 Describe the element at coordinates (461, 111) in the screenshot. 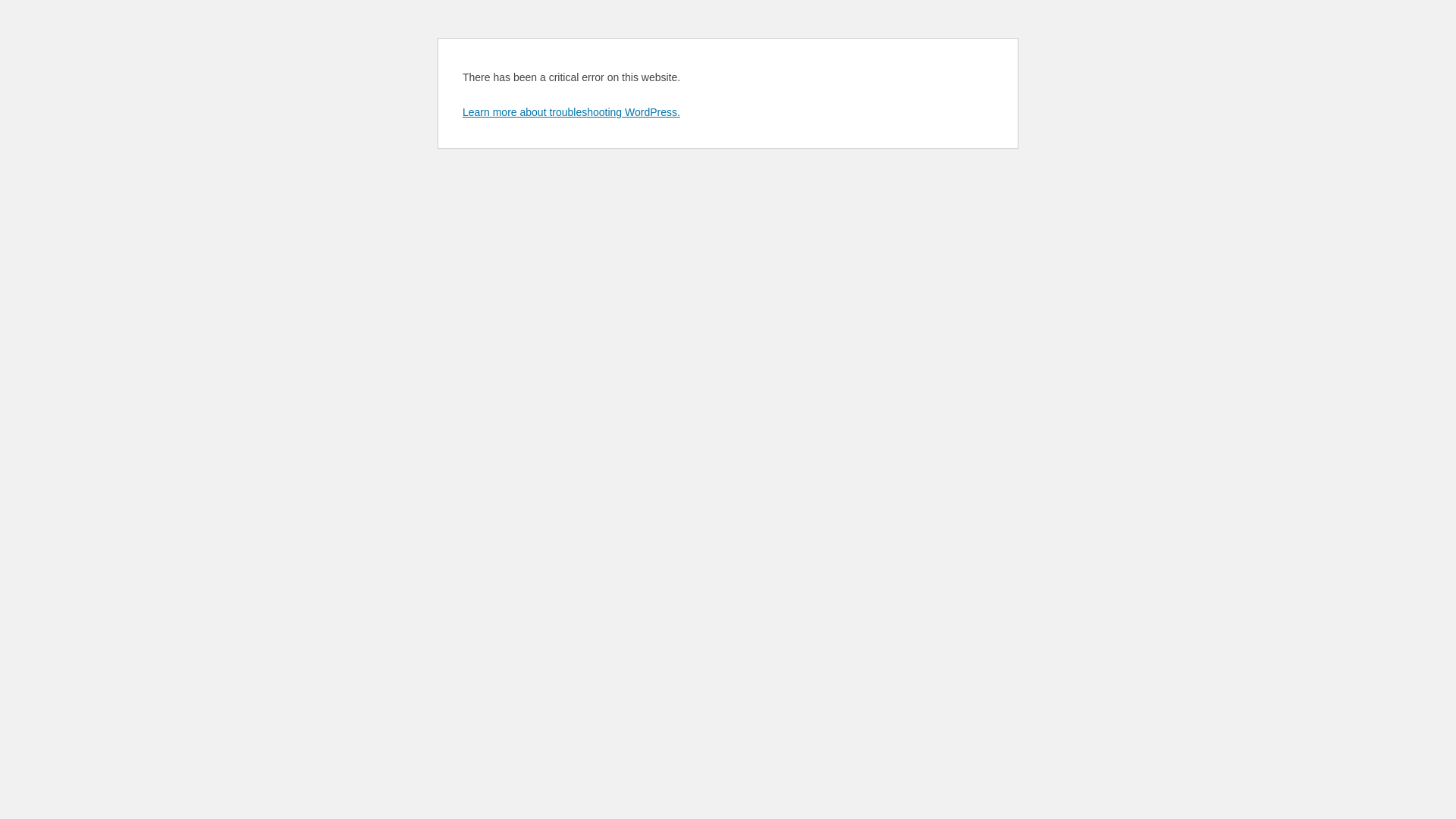

I see `'Learn more about troubleshooting WordPress.'` at that location.